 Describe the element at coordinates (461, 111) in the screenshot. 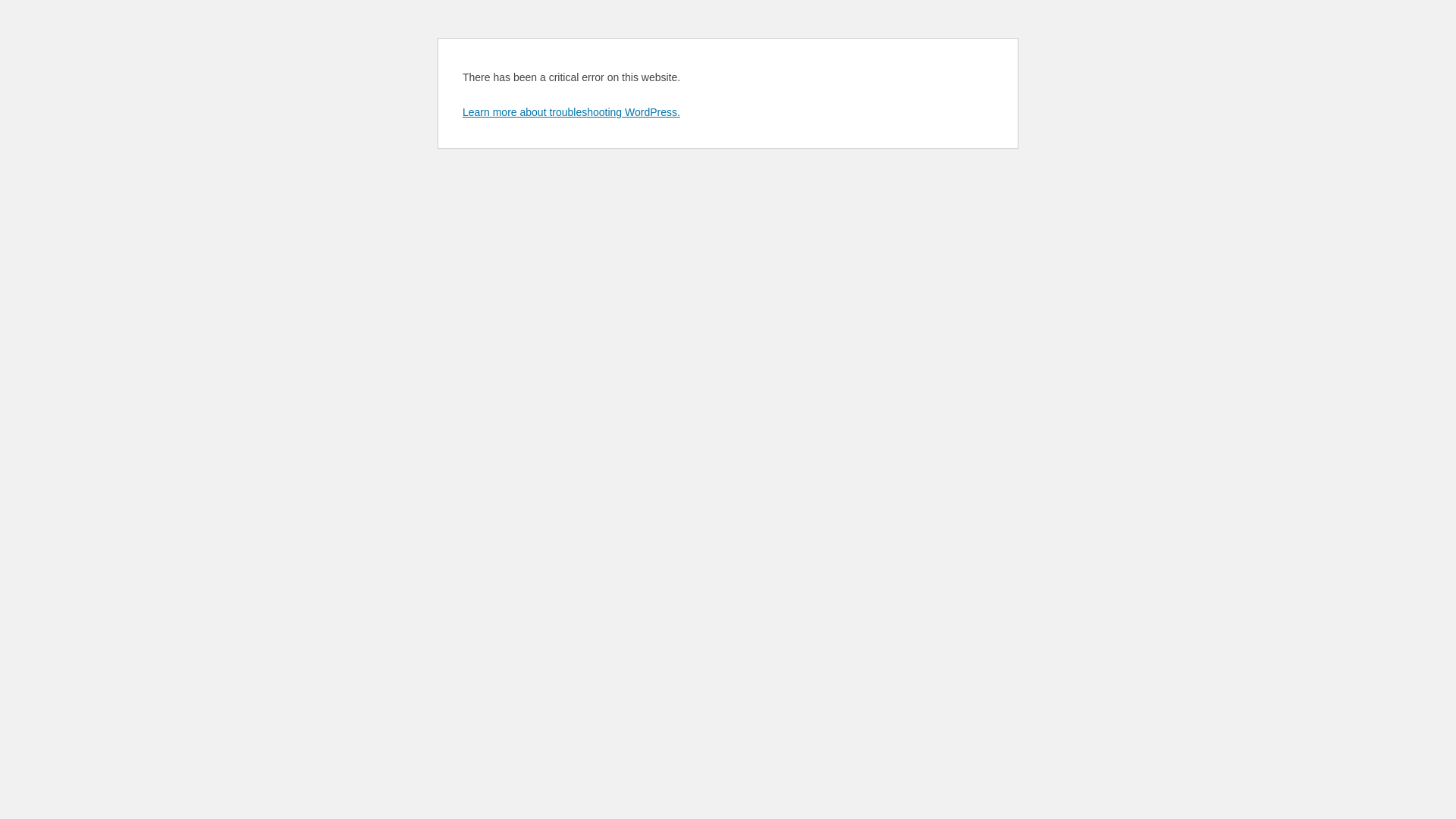

I see `'Learn more about troubleshooting WordPress.'` at that location.